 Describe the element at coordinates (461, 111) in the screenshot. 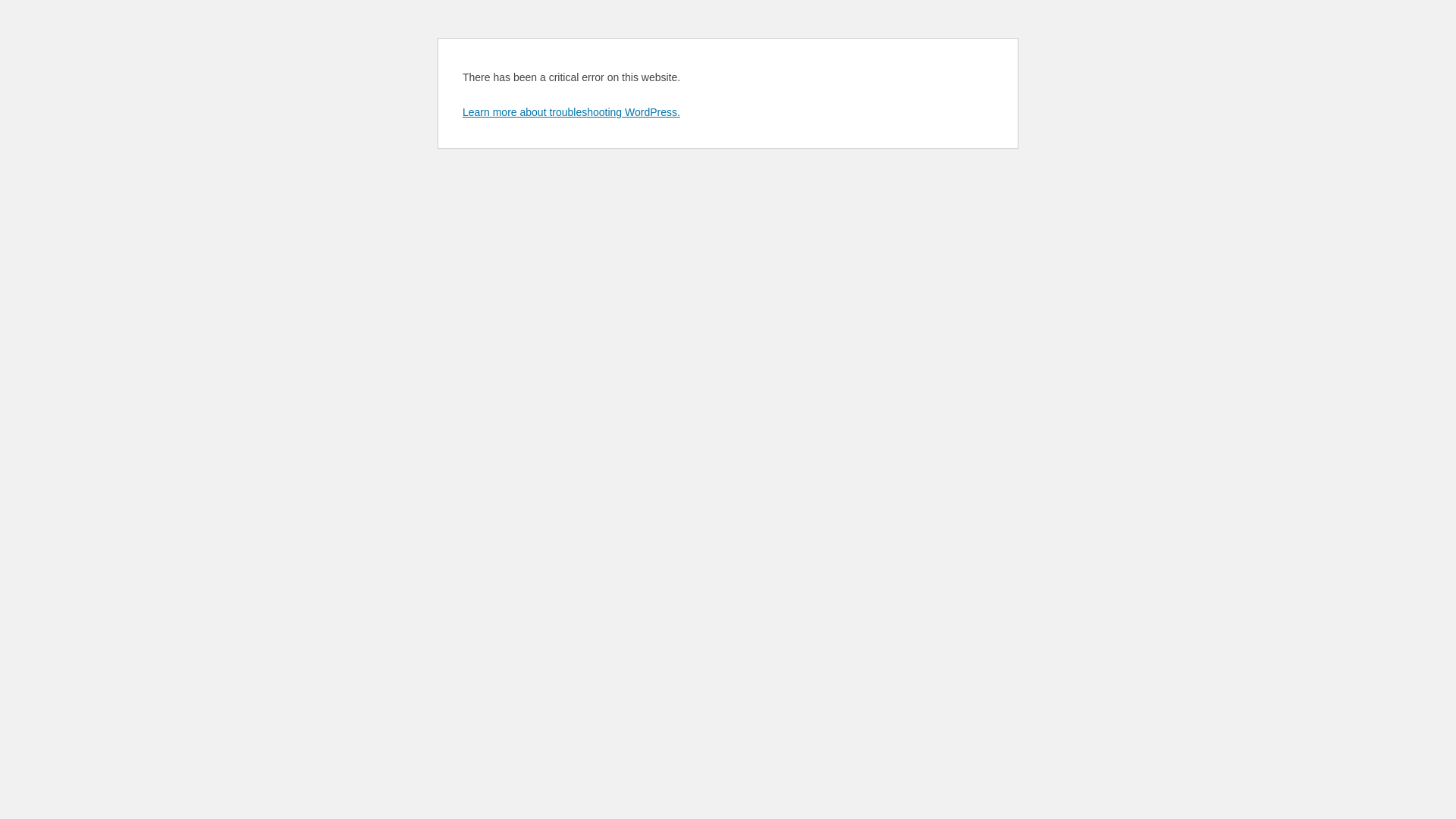

I see `'Learn more about troubleshooting WordPress.'` at that location.